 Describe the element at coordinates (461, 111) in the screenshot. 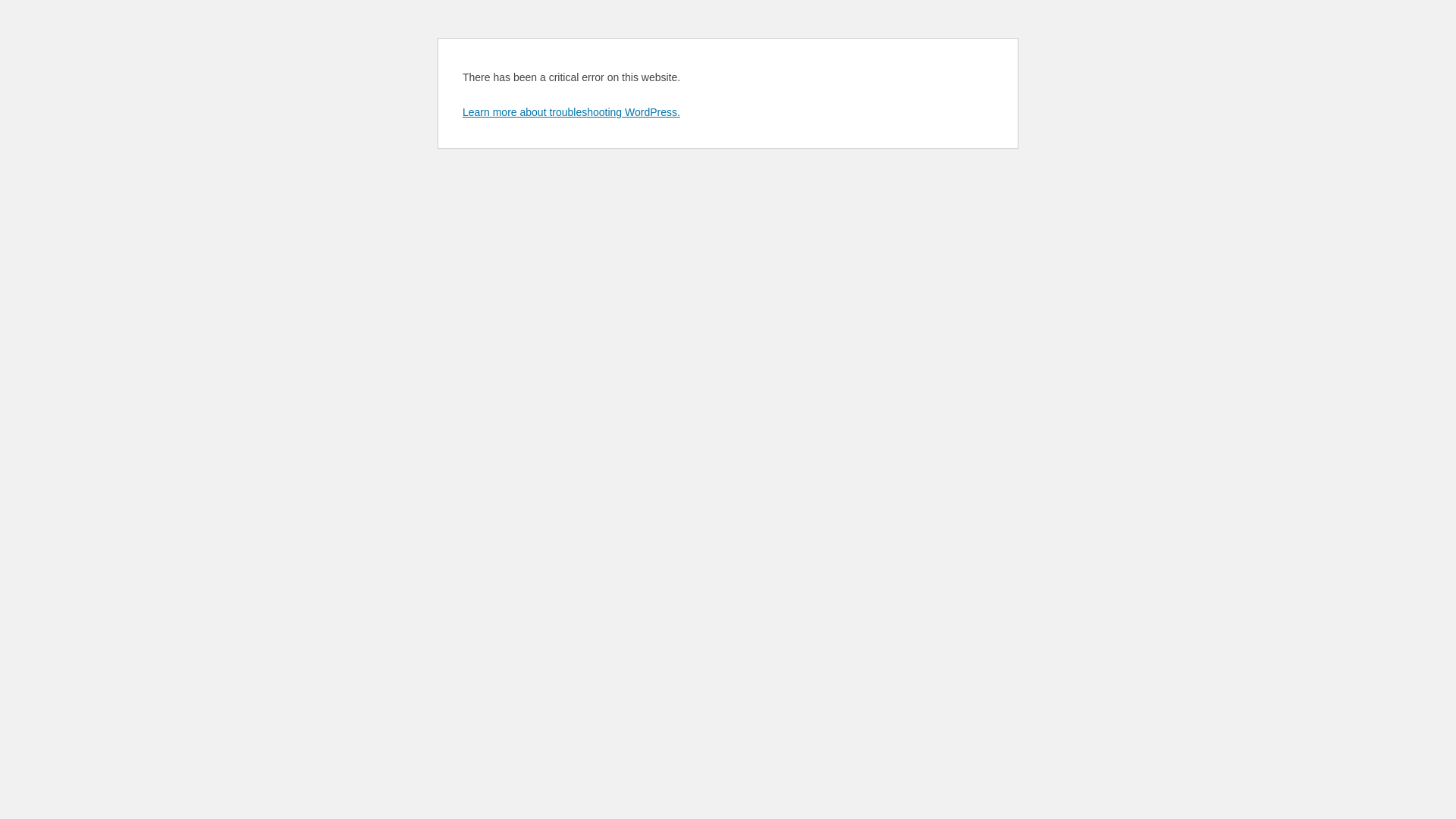

I see `'Learn more about troubleshooting WordPress.'` at that location.